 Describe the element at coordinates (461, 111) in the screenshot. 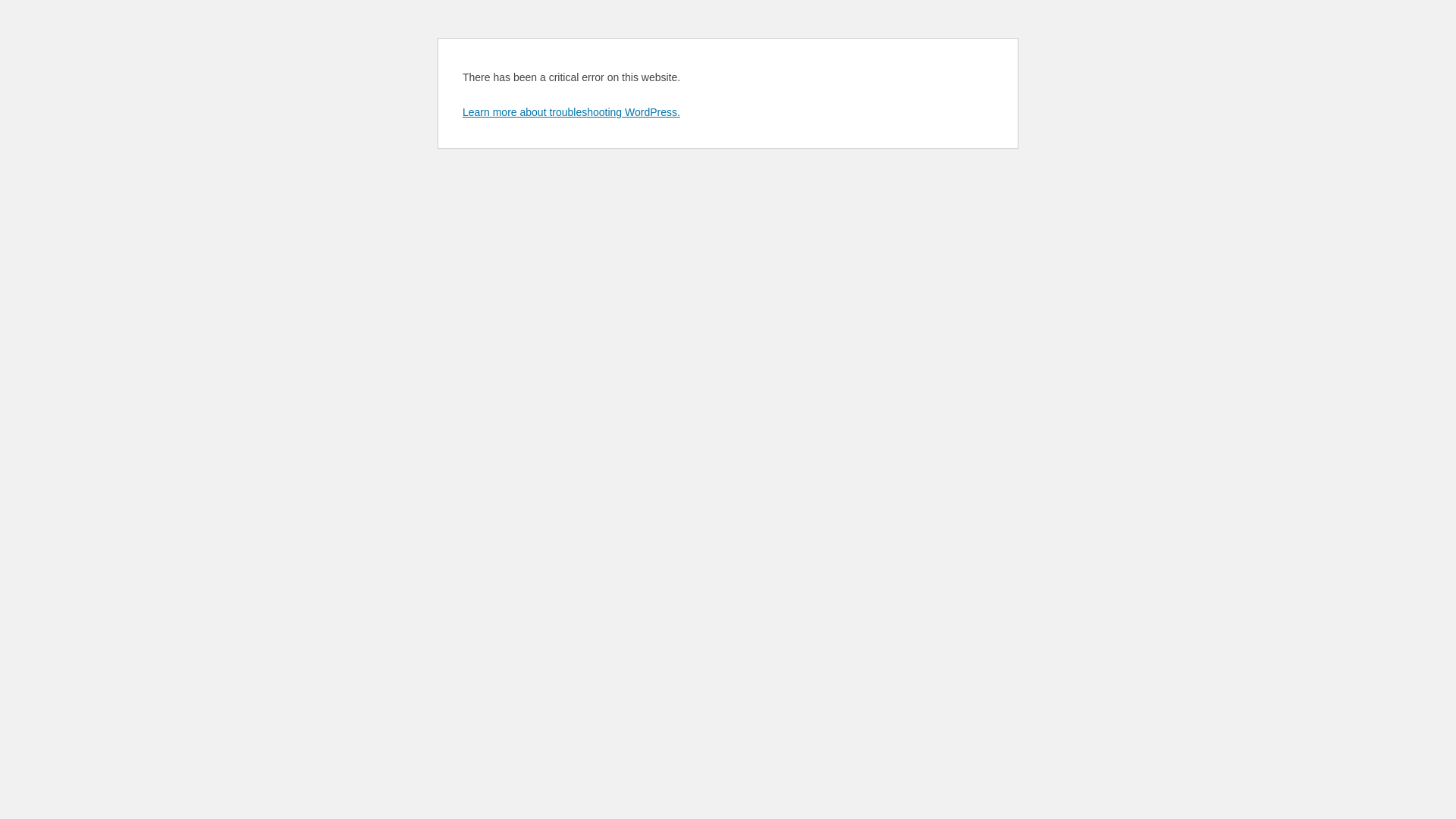

I see `'Learn more about troubleshooting WordPress.'` at that location.